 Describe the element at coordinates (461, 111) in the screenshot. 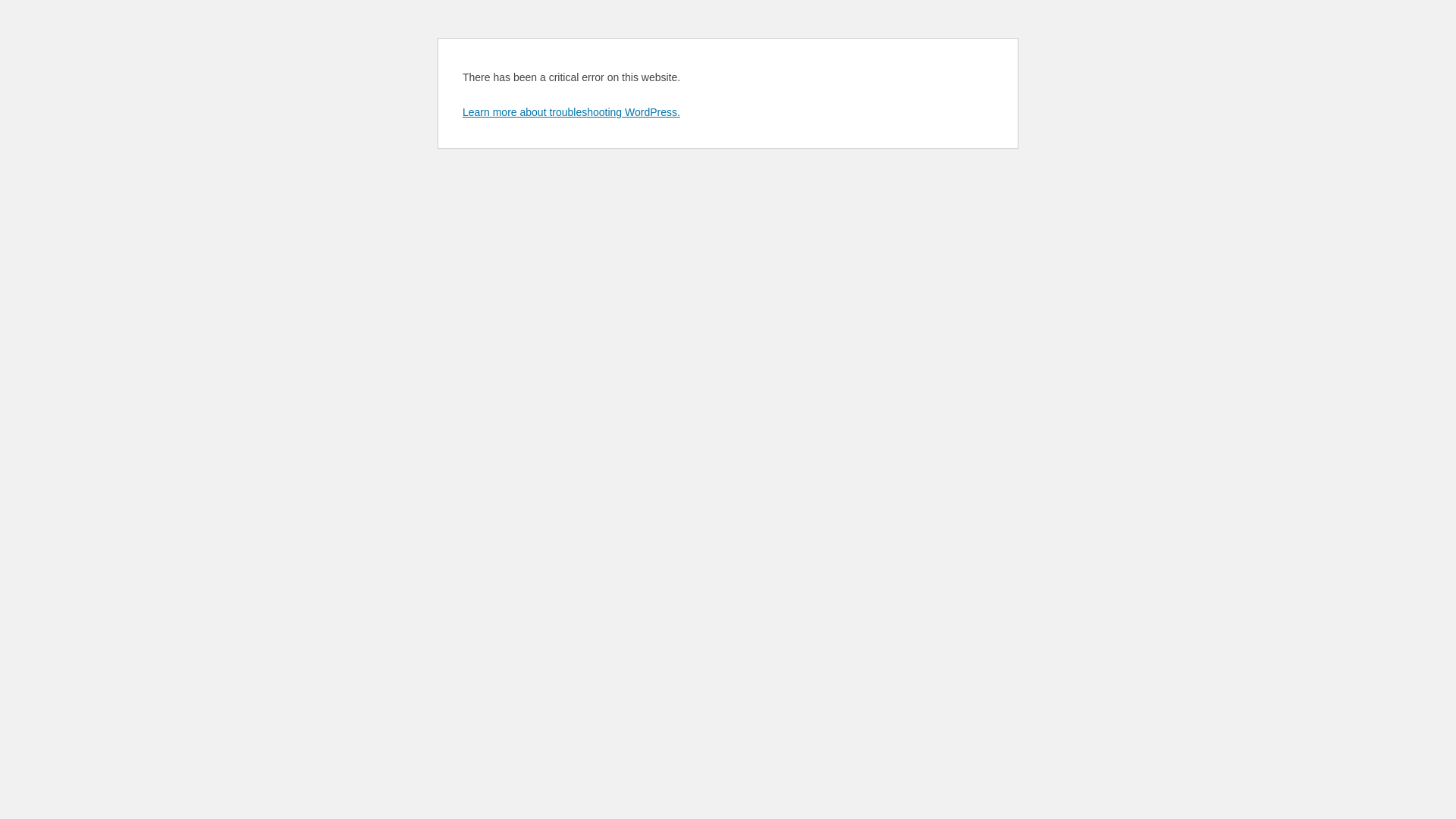

I see `'Learn more about troubleshooting WordPress.'` at that location.